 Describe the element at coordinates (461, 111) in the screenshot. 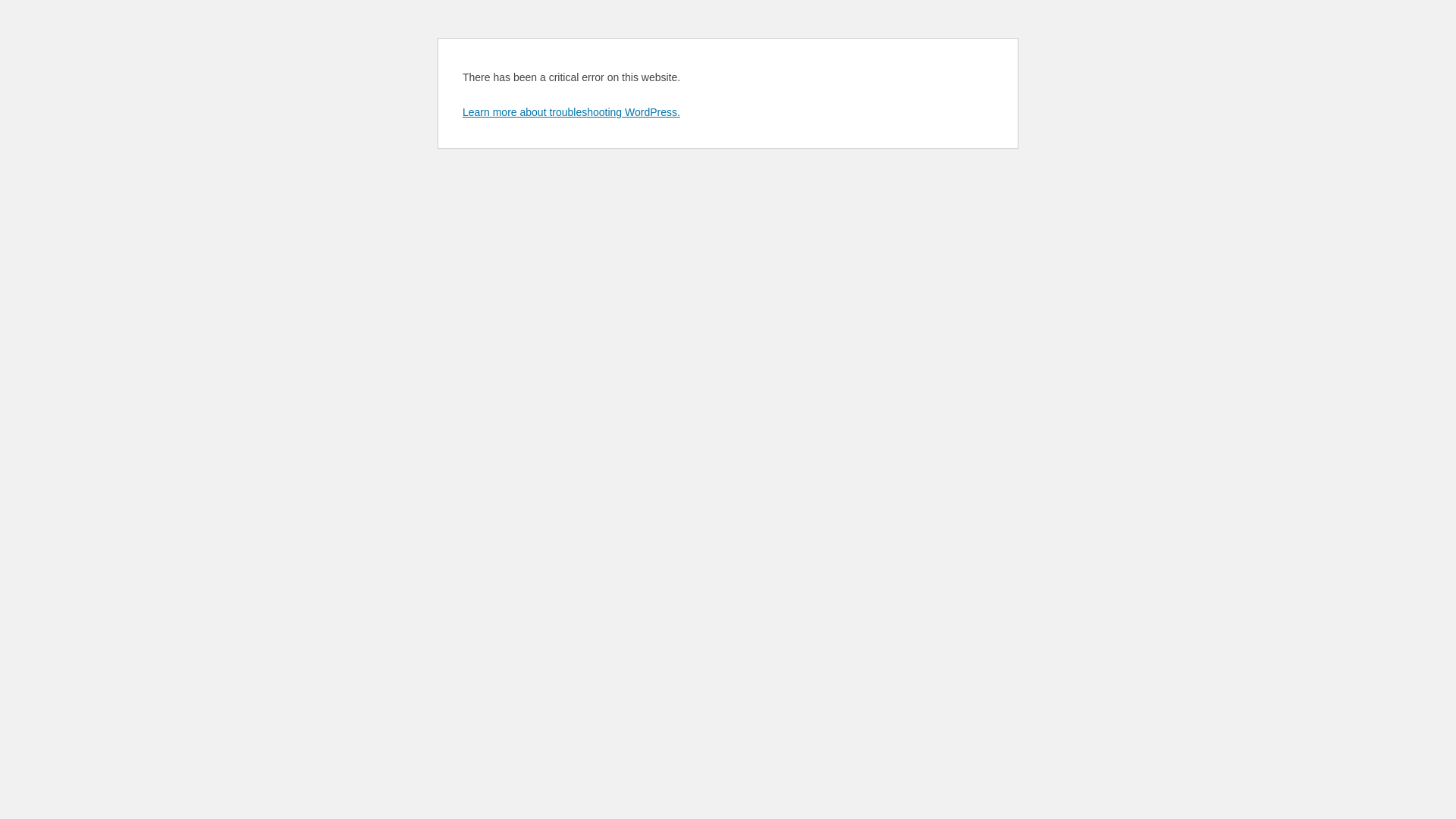

I see `'Learn more about troubleshooting WordPress.'` at that location.